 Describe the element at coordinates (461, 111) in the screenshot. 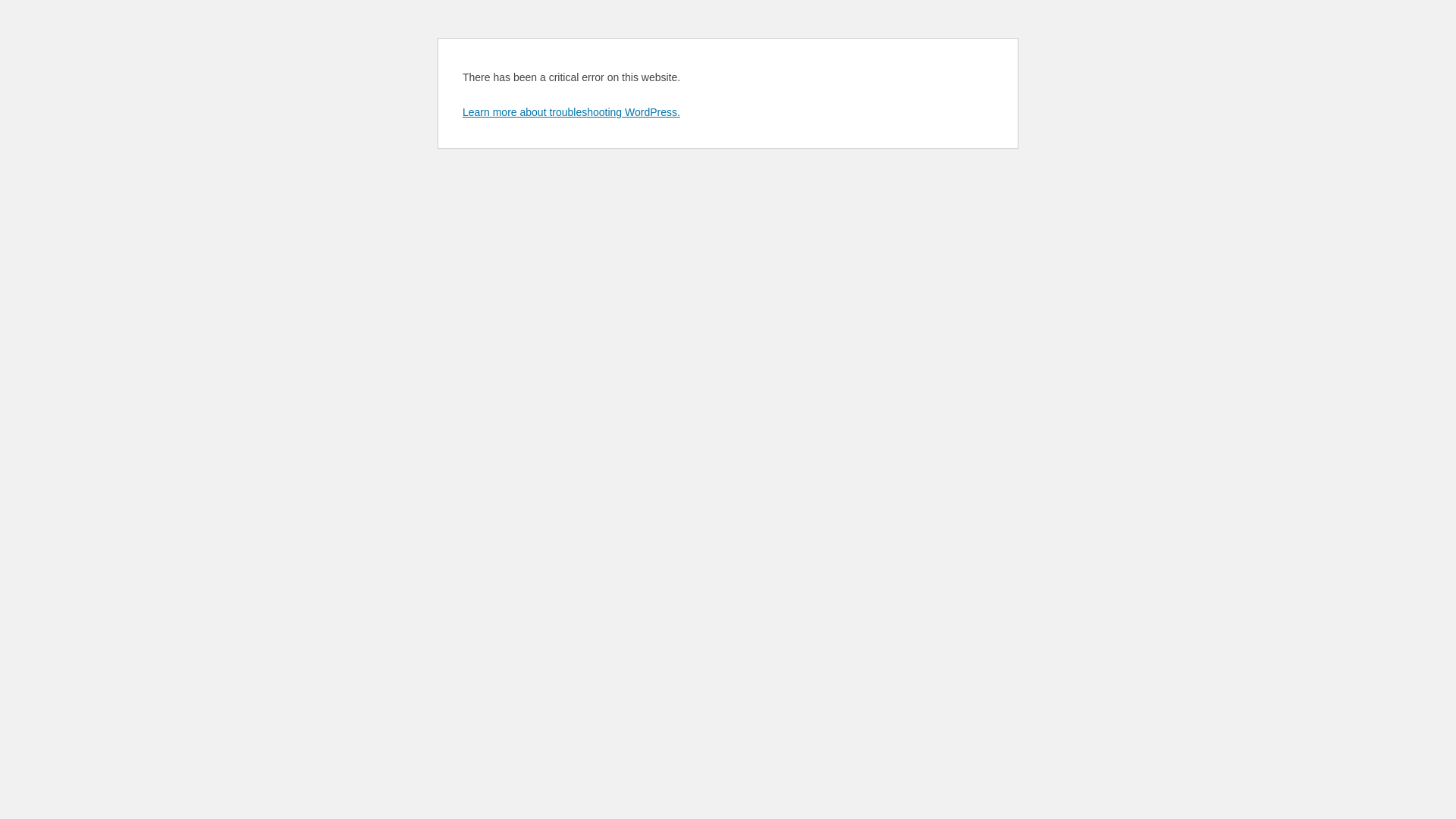

I see `'Learn more about troubleshooting WordPress.'` at that location.